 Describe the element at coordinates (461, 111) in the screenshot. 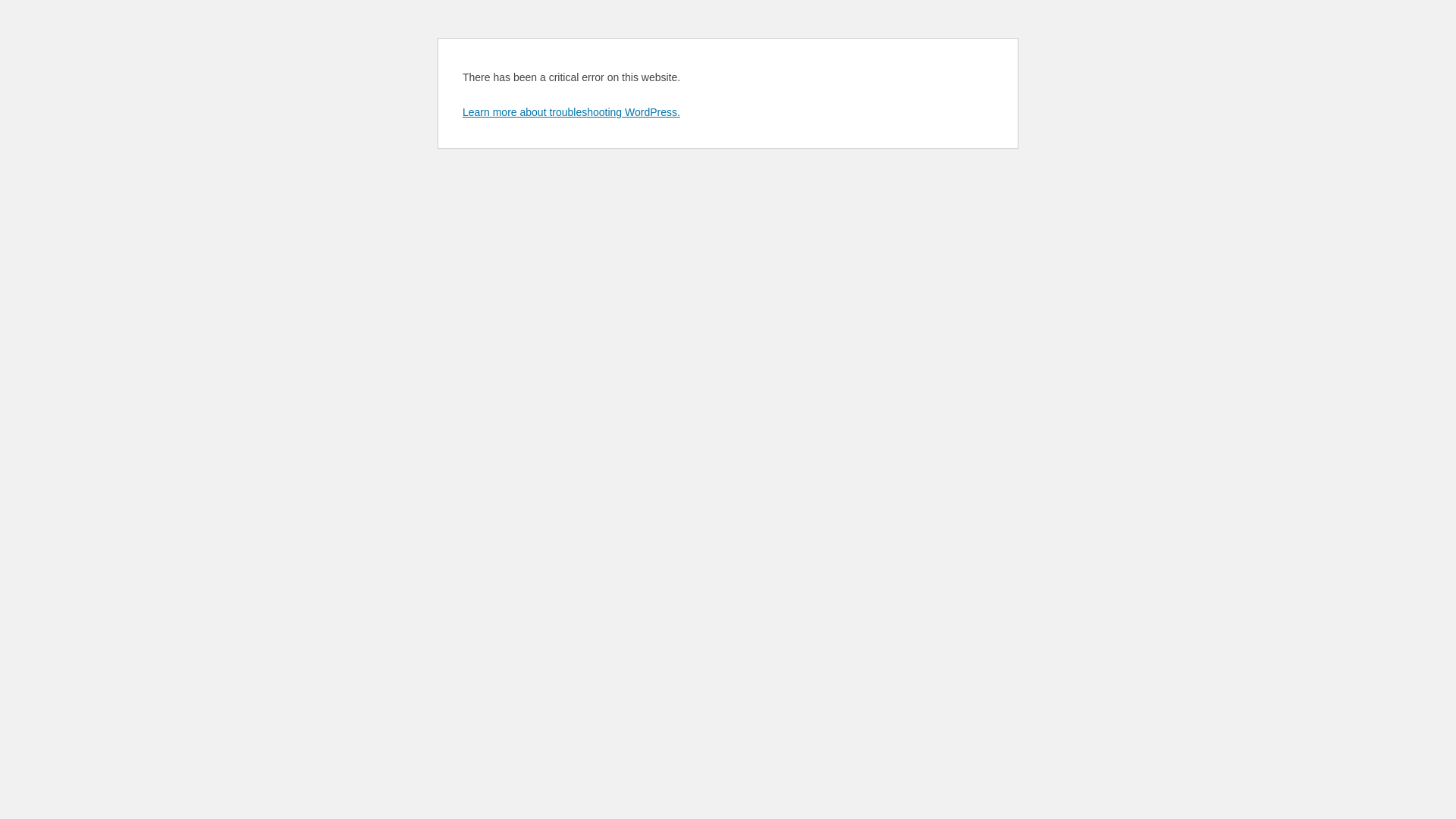

I see `'Learn more about troubleshooting WordPress.'` at that location.